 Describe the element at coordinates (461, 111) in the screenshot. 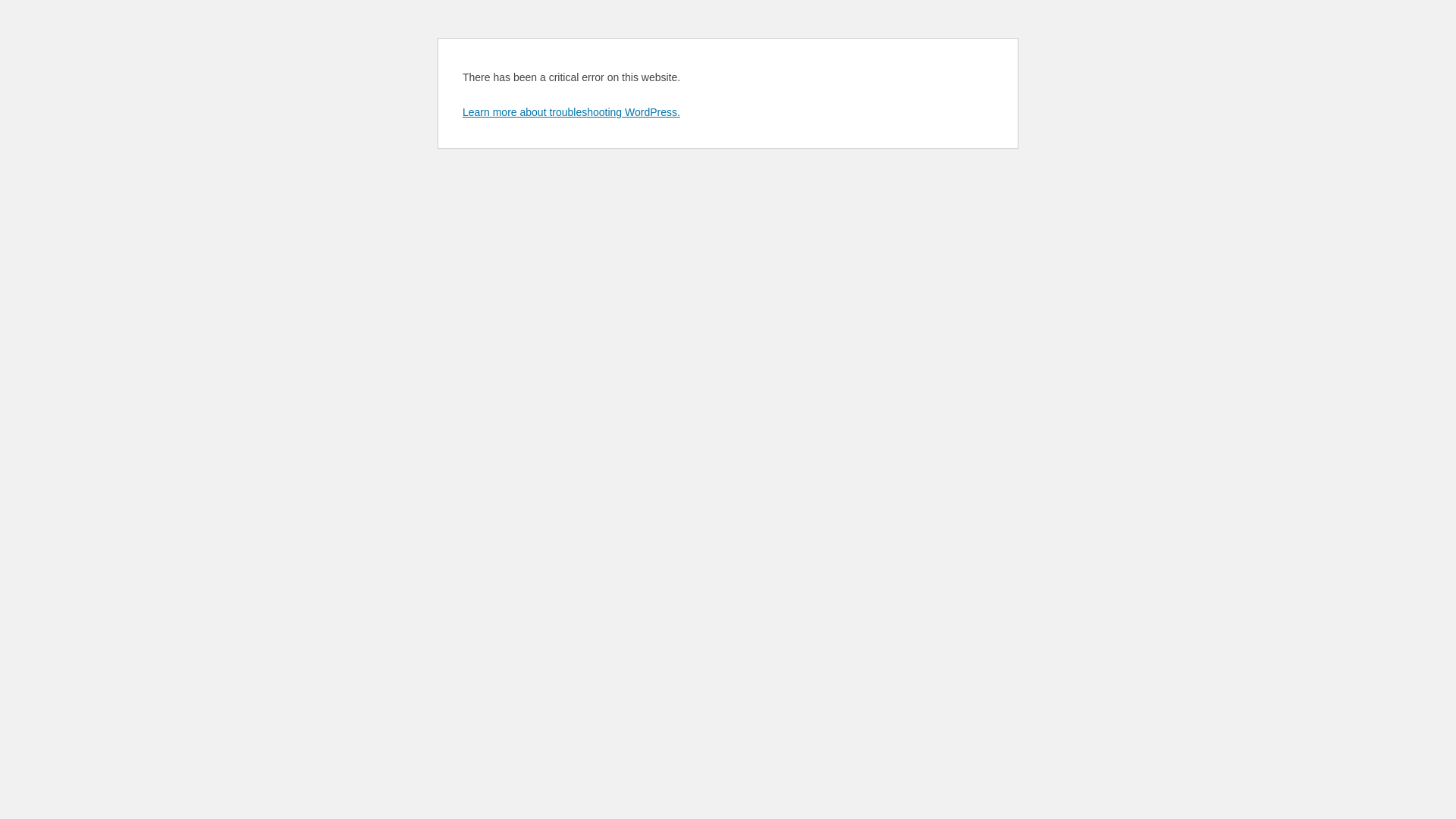

I see `'Learn more about troubleshooting WordPress.'` at that location.